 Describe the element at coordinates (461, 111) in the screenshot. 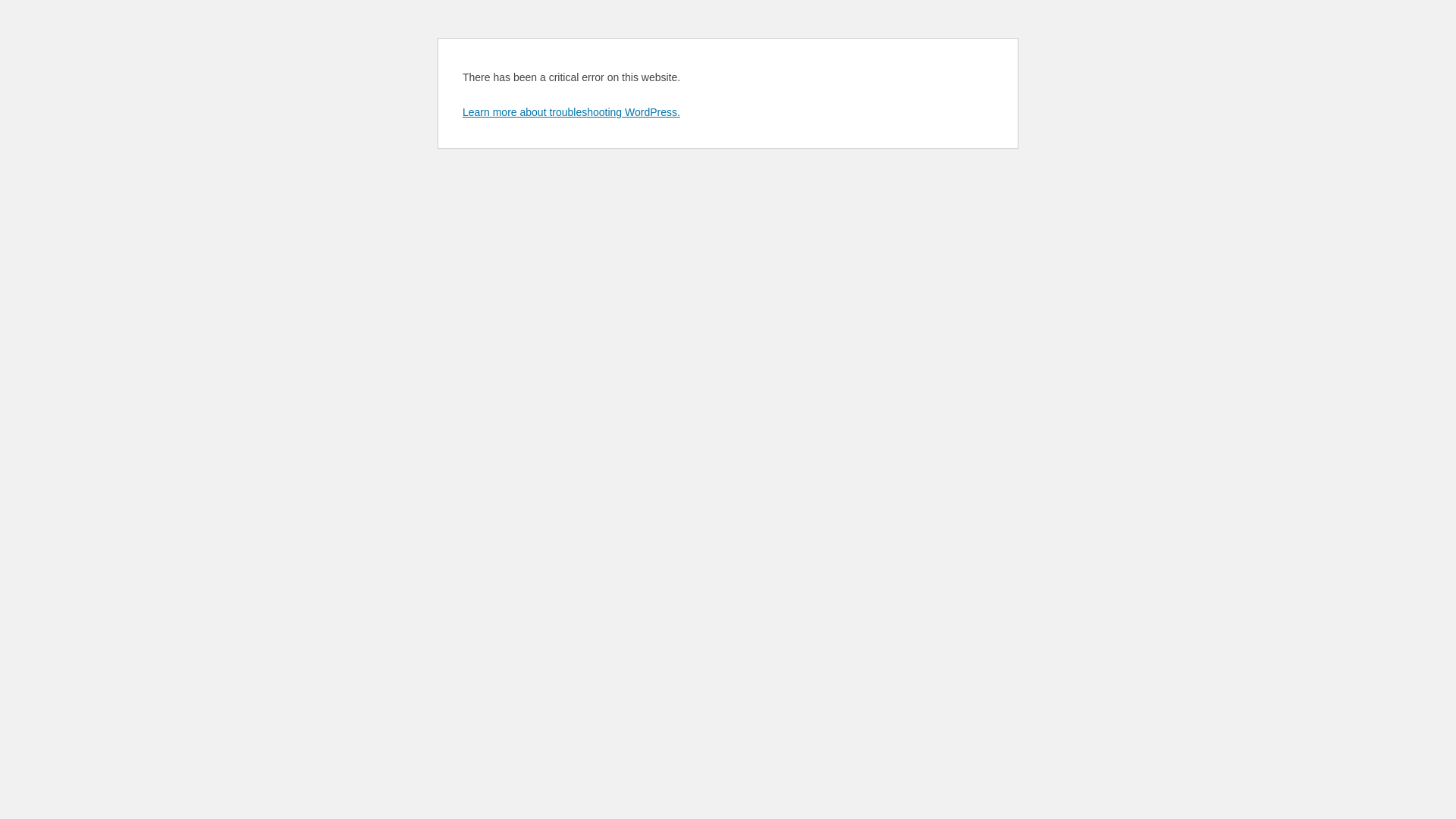

I see `'Learn more about troubleshooting WordPress.'` at that location.